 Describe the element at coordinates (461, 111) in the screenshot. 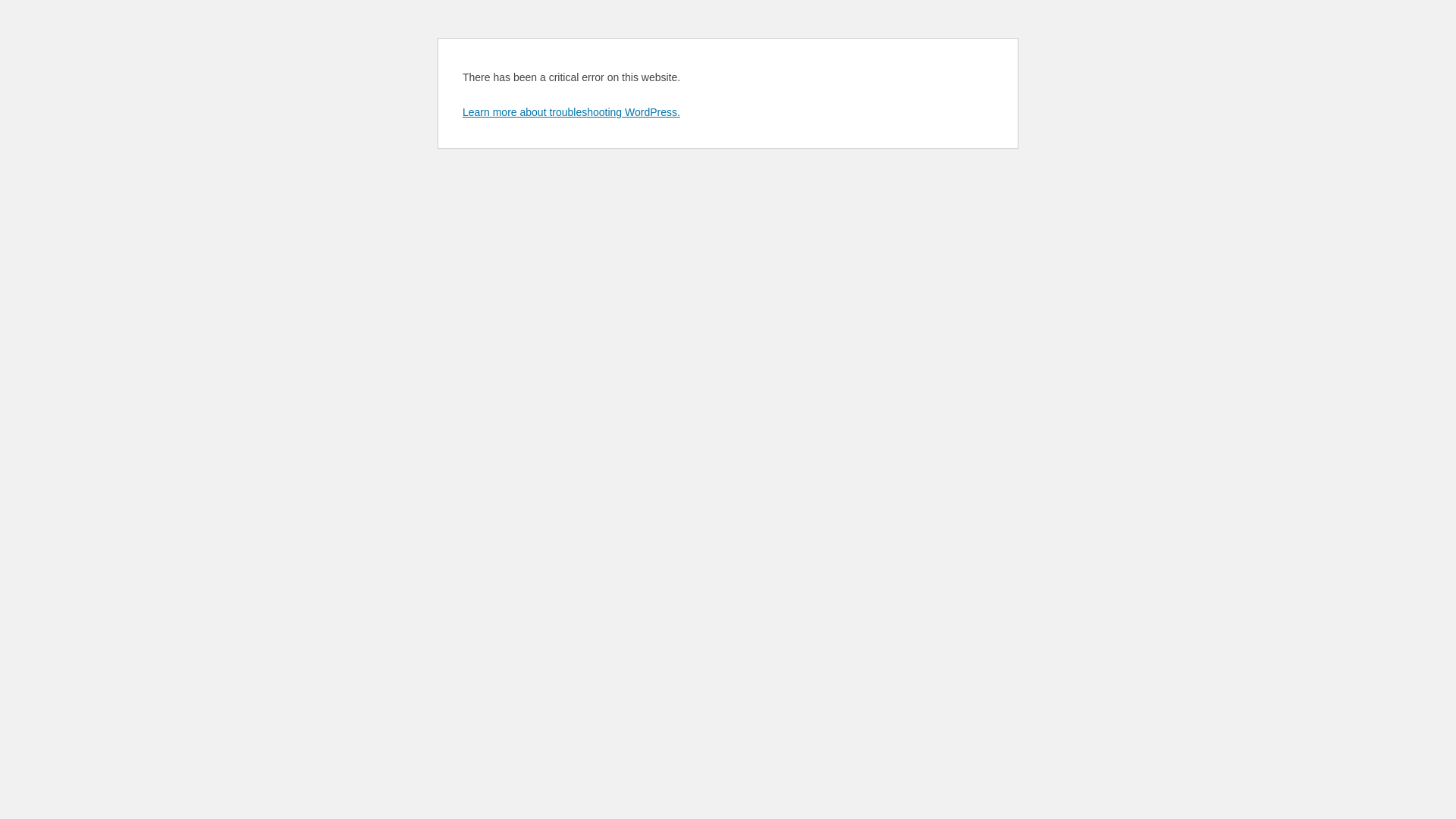

I see `'Learn more about troubleshooting WordPress.'` at that location.